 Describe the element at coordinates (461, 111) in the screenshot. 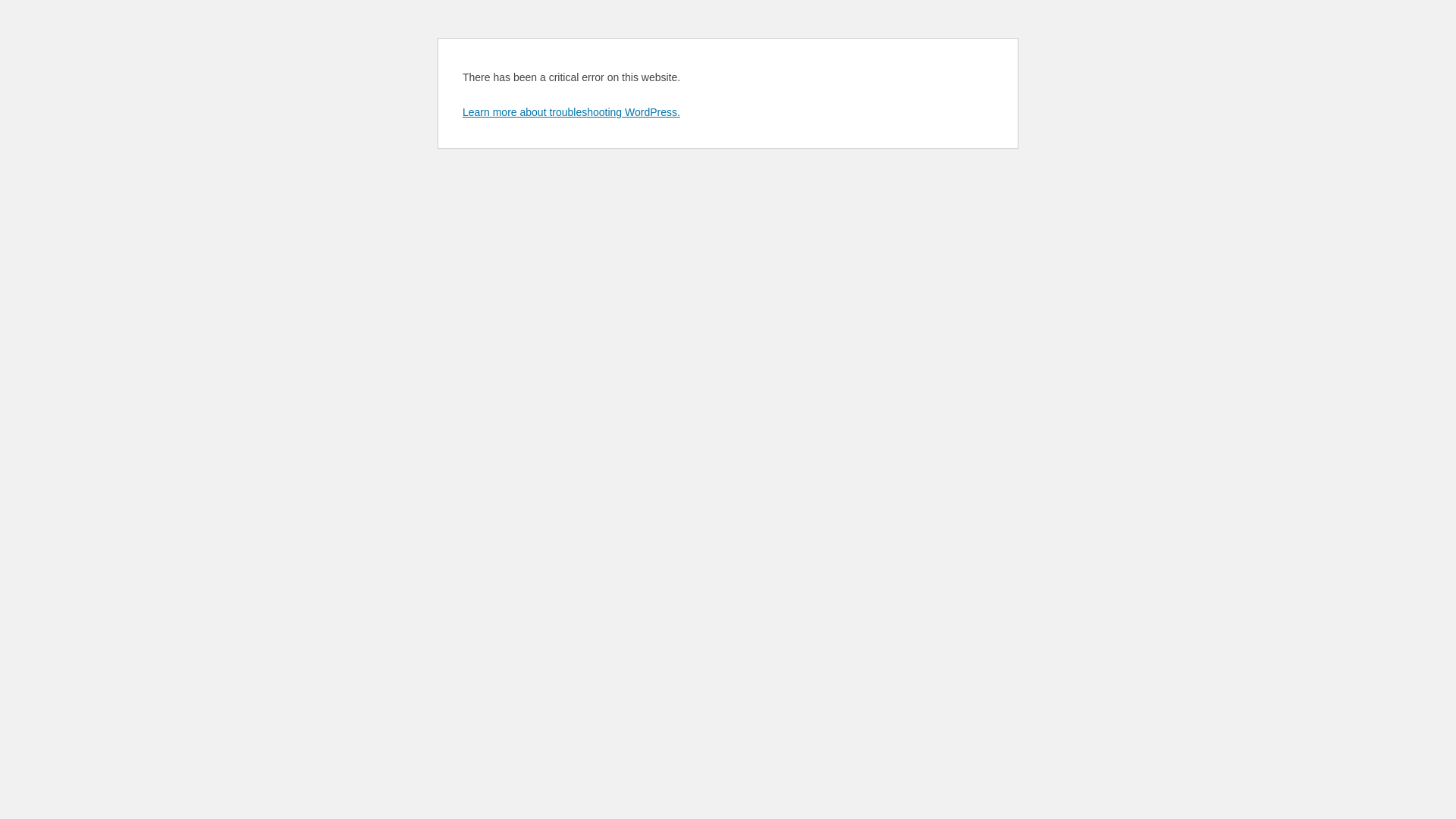

I see `'Learn more about troubleshooting WordPress.'` at that location.